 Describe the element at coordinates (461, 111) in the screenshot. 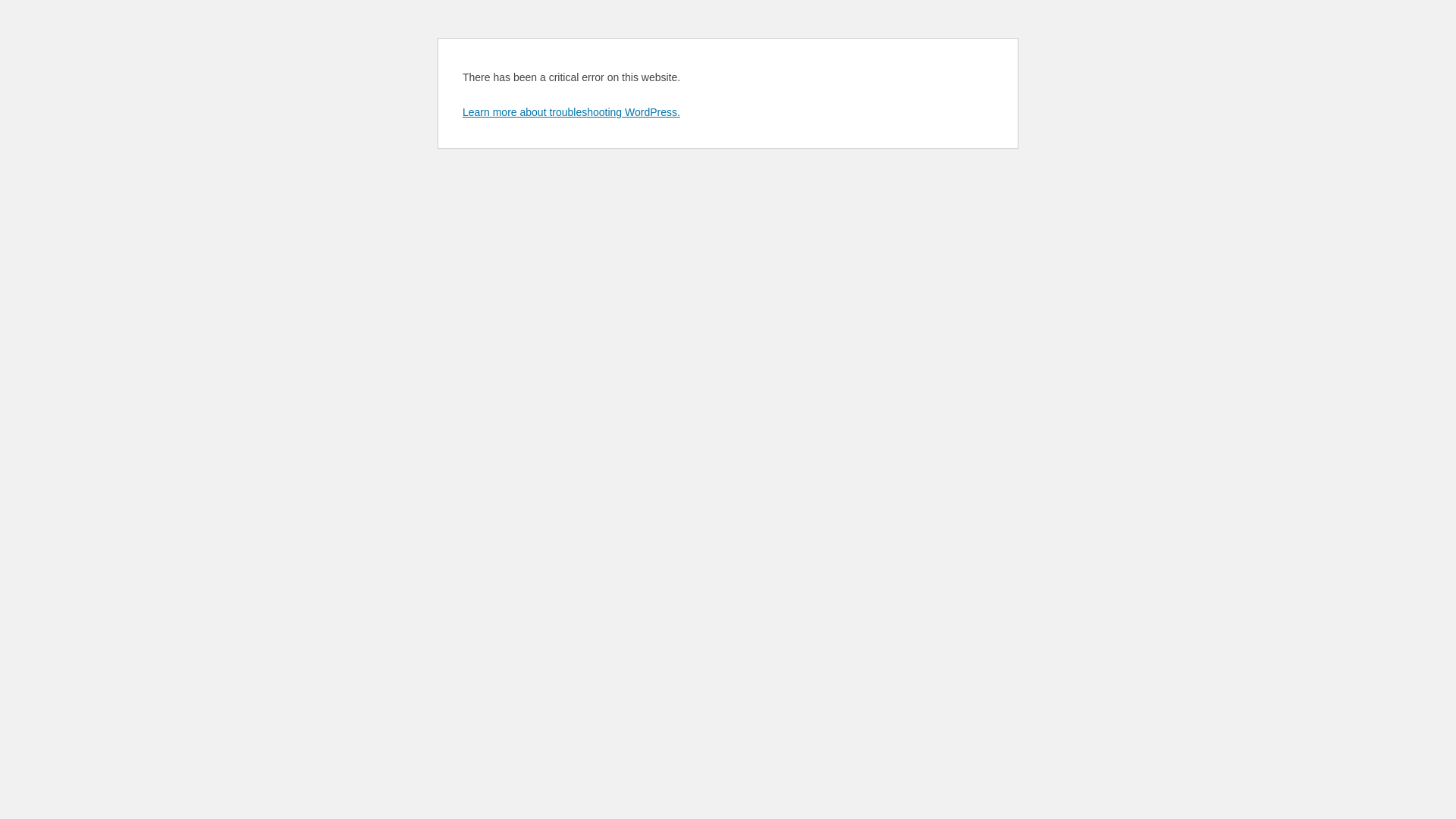

I see `'Learn more about troubleshooting WordPress.'` at that location.